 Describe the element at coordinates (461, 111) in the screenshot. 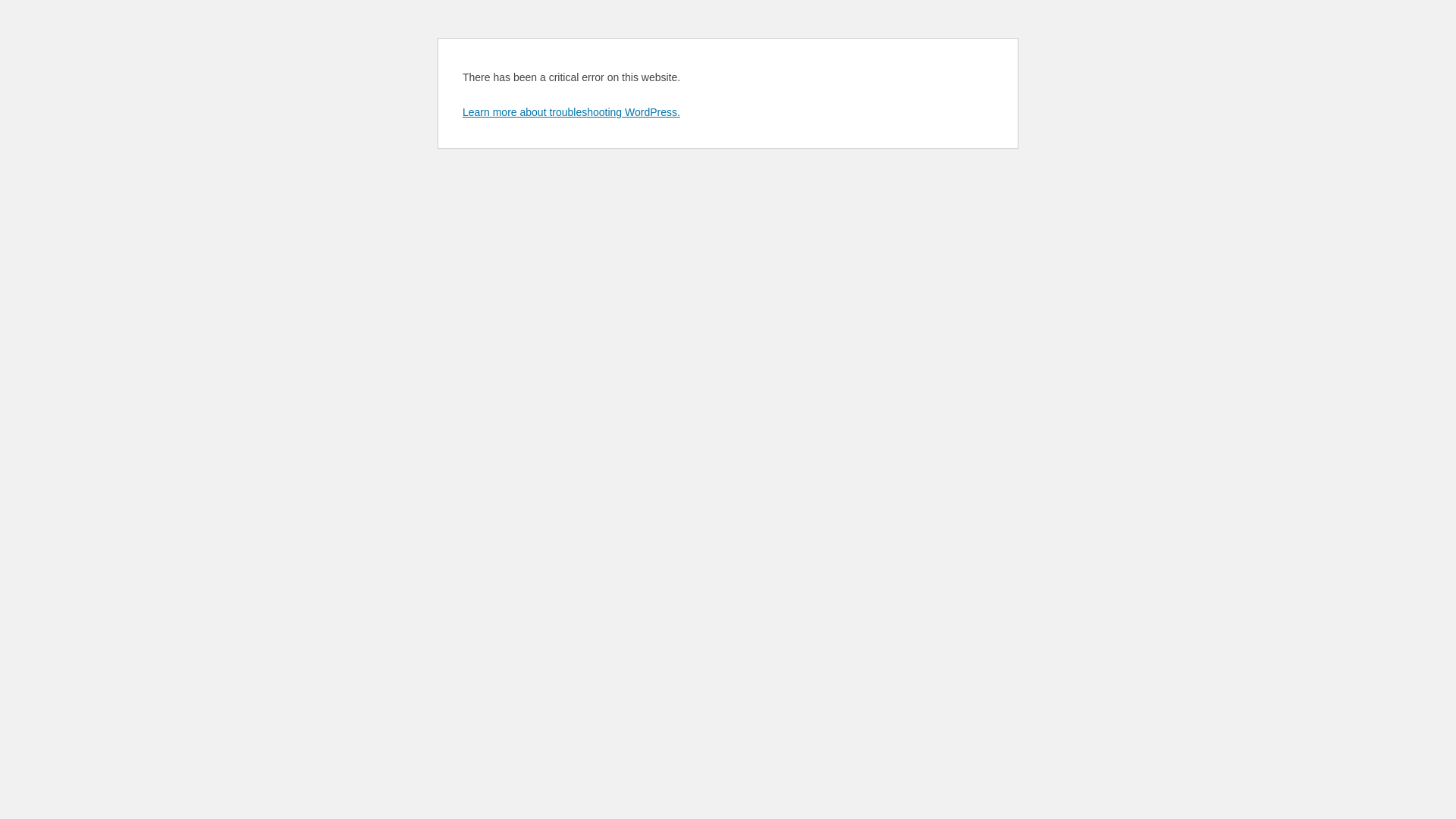

I see `'Learn more about troubleshooting WordPress.'` at that location.